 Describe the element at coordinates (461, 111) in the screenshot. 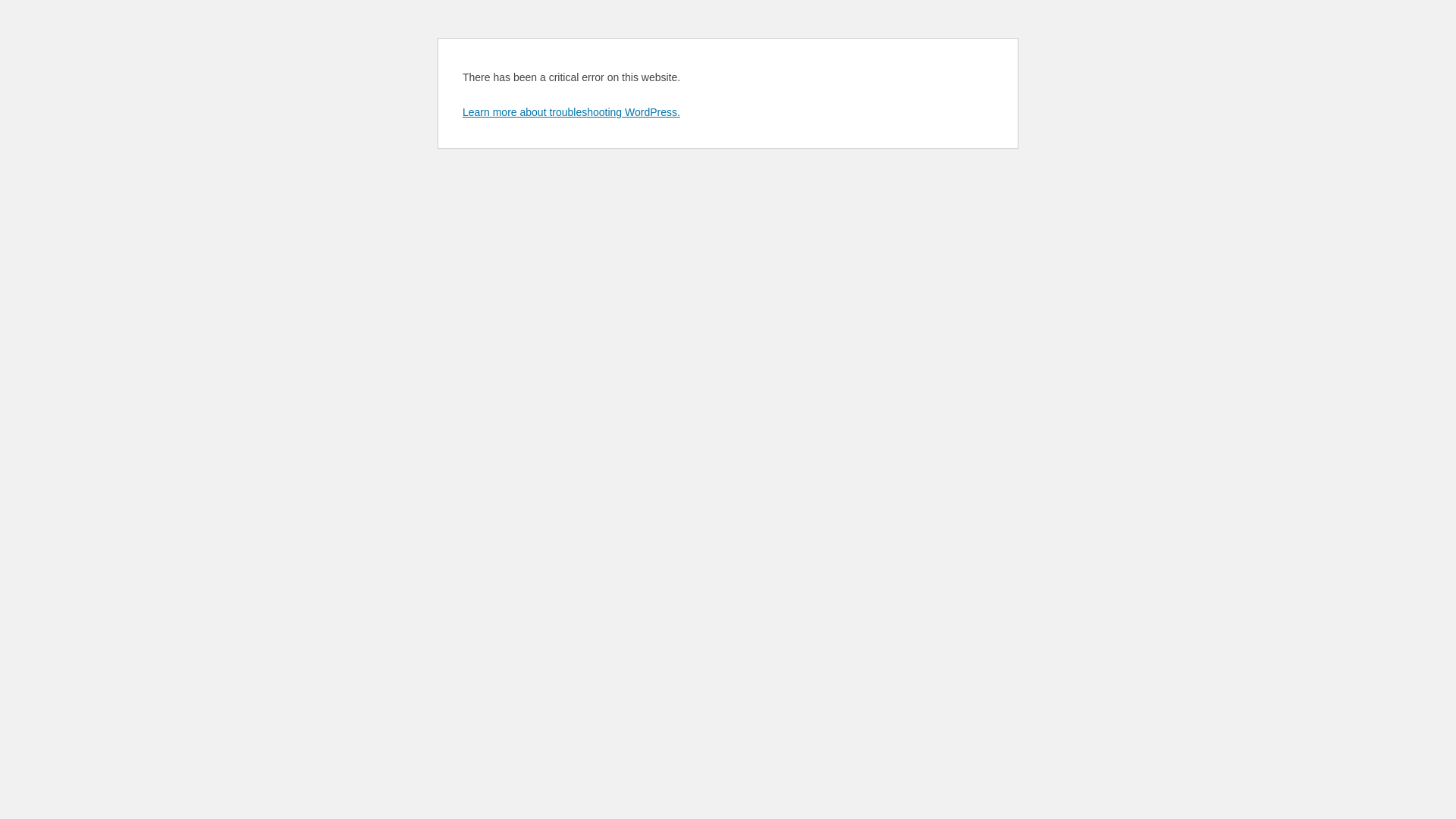

I see `'Learn more about troubleshooting WordPress.'` at that location.